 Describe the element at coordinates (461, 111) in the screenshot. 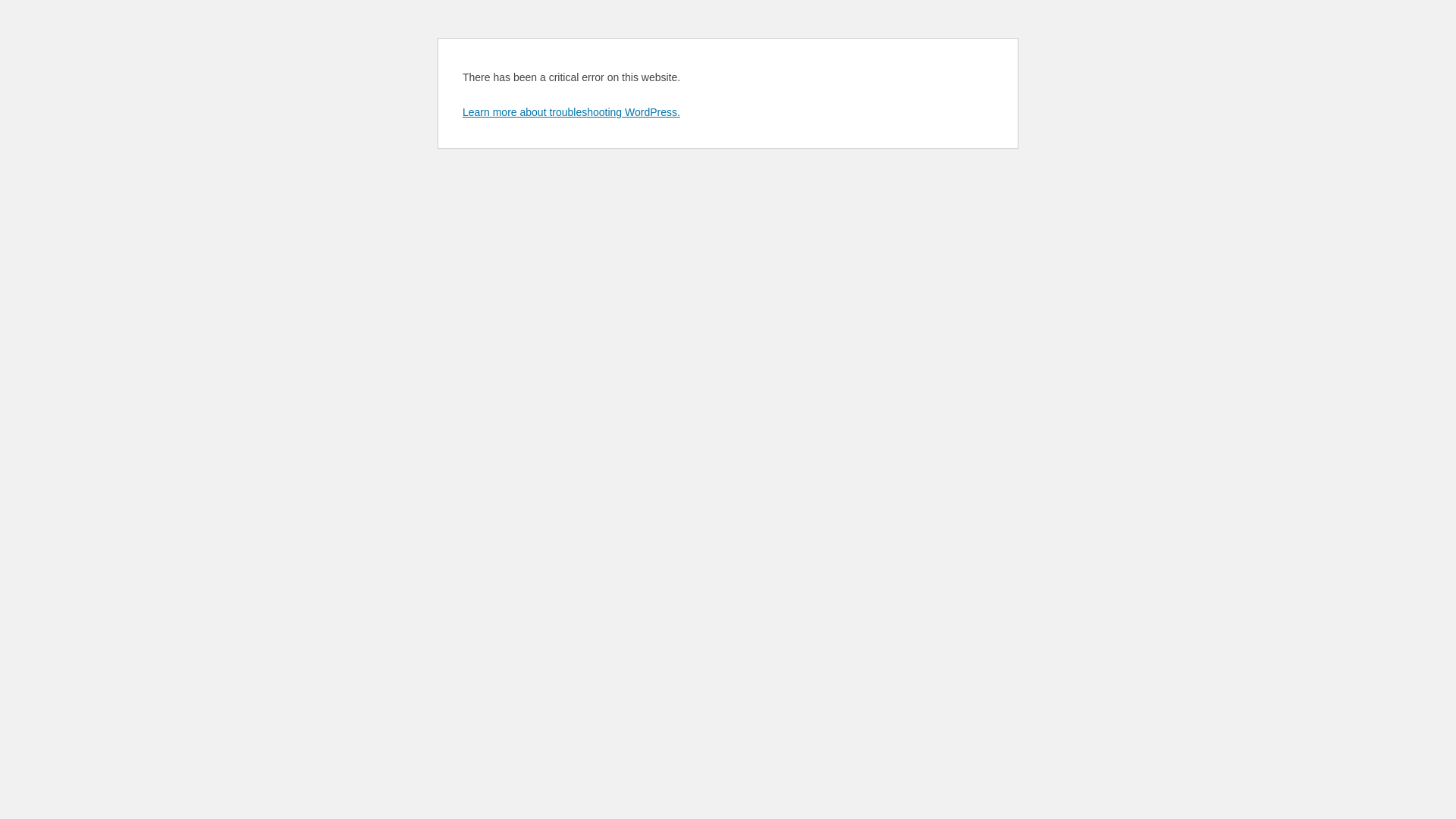

I see `'Learn more about troubleshooting WordPress.'` at that location.